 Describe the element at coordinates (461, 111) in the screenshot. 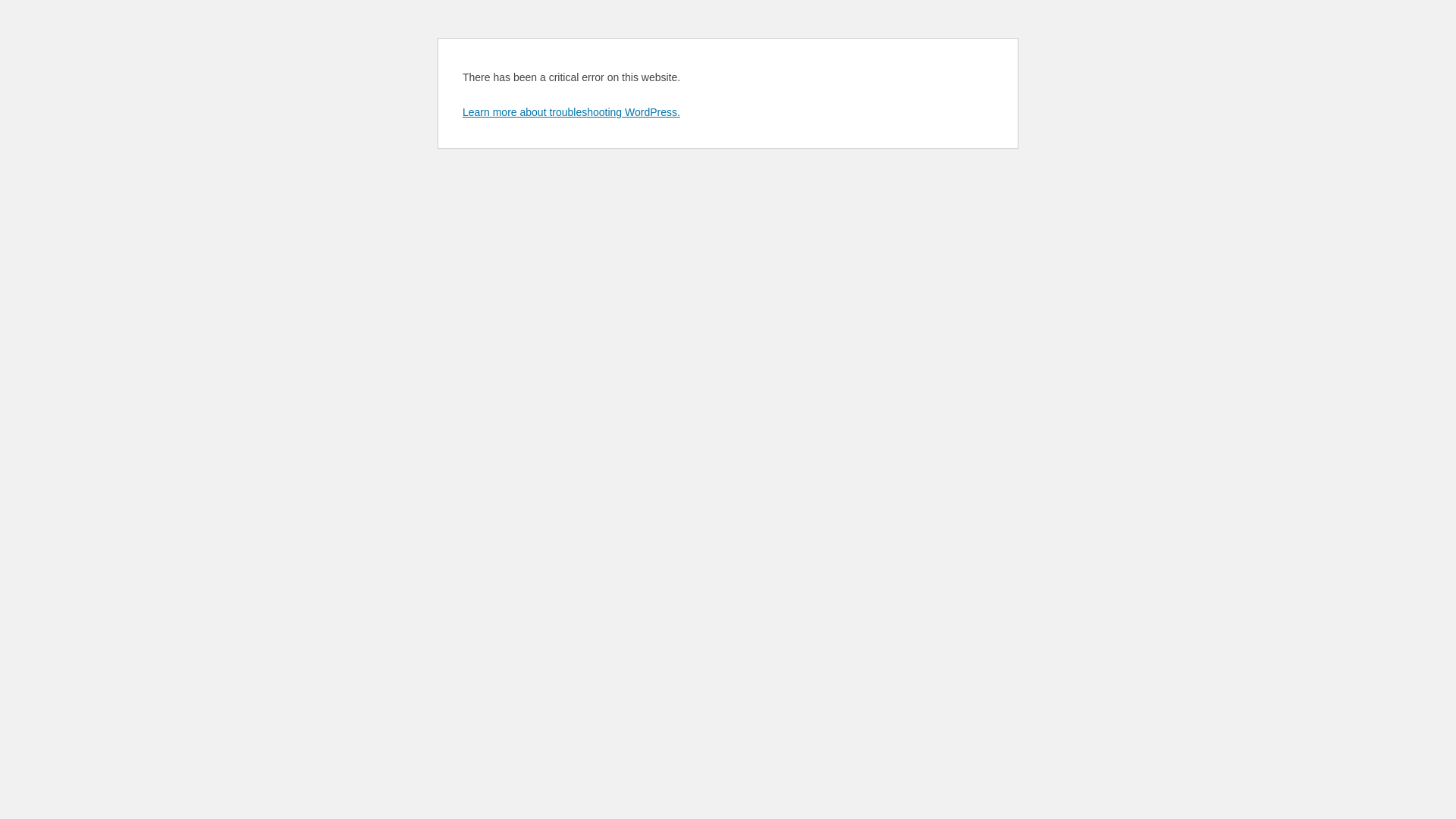

I see `'Learn more about troubleshooting WordPress.'` at that location.